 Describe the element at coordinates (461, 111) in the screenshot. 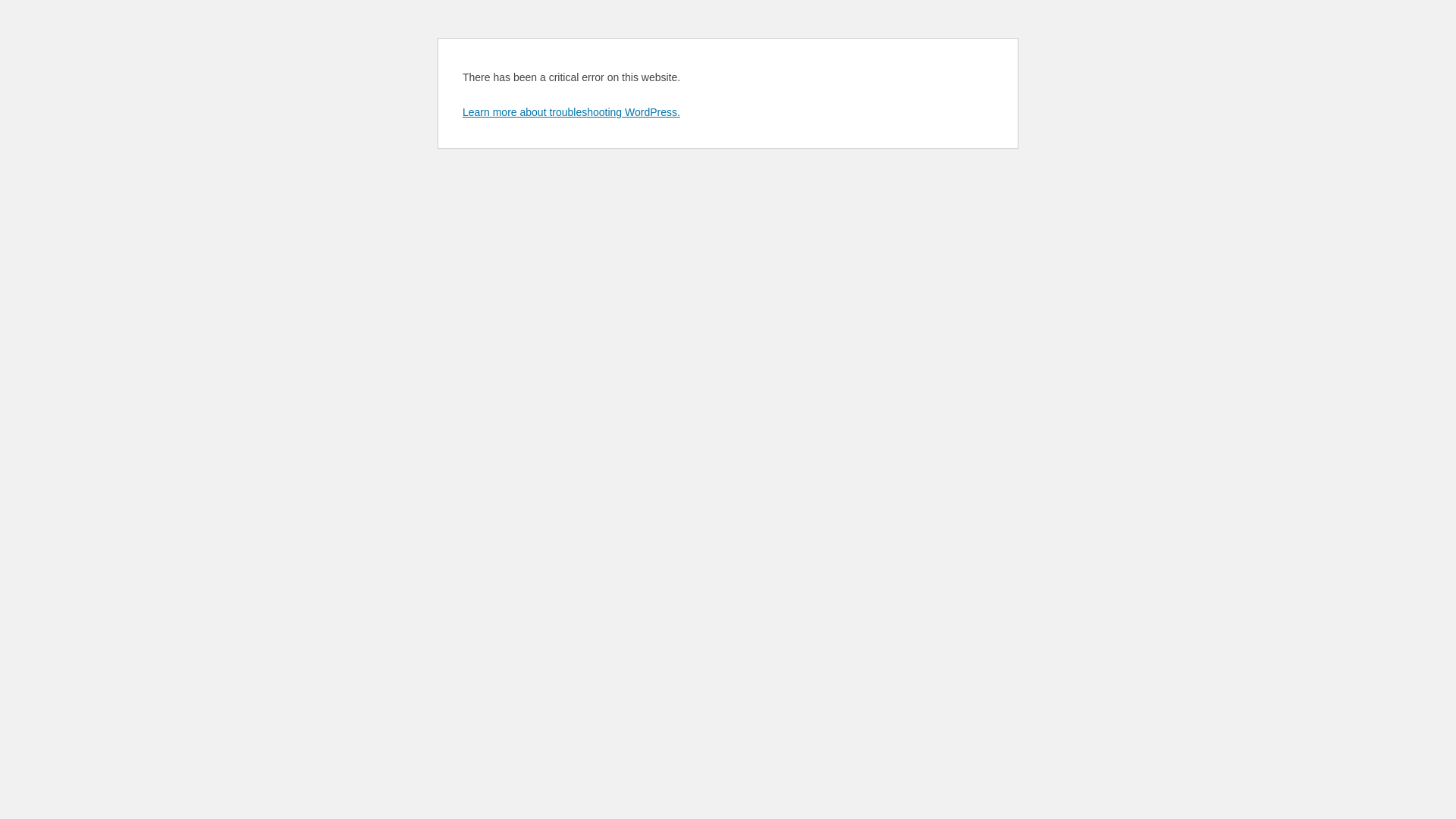

I see `'Learn more about troubleshooting WordPress.'` at that location.